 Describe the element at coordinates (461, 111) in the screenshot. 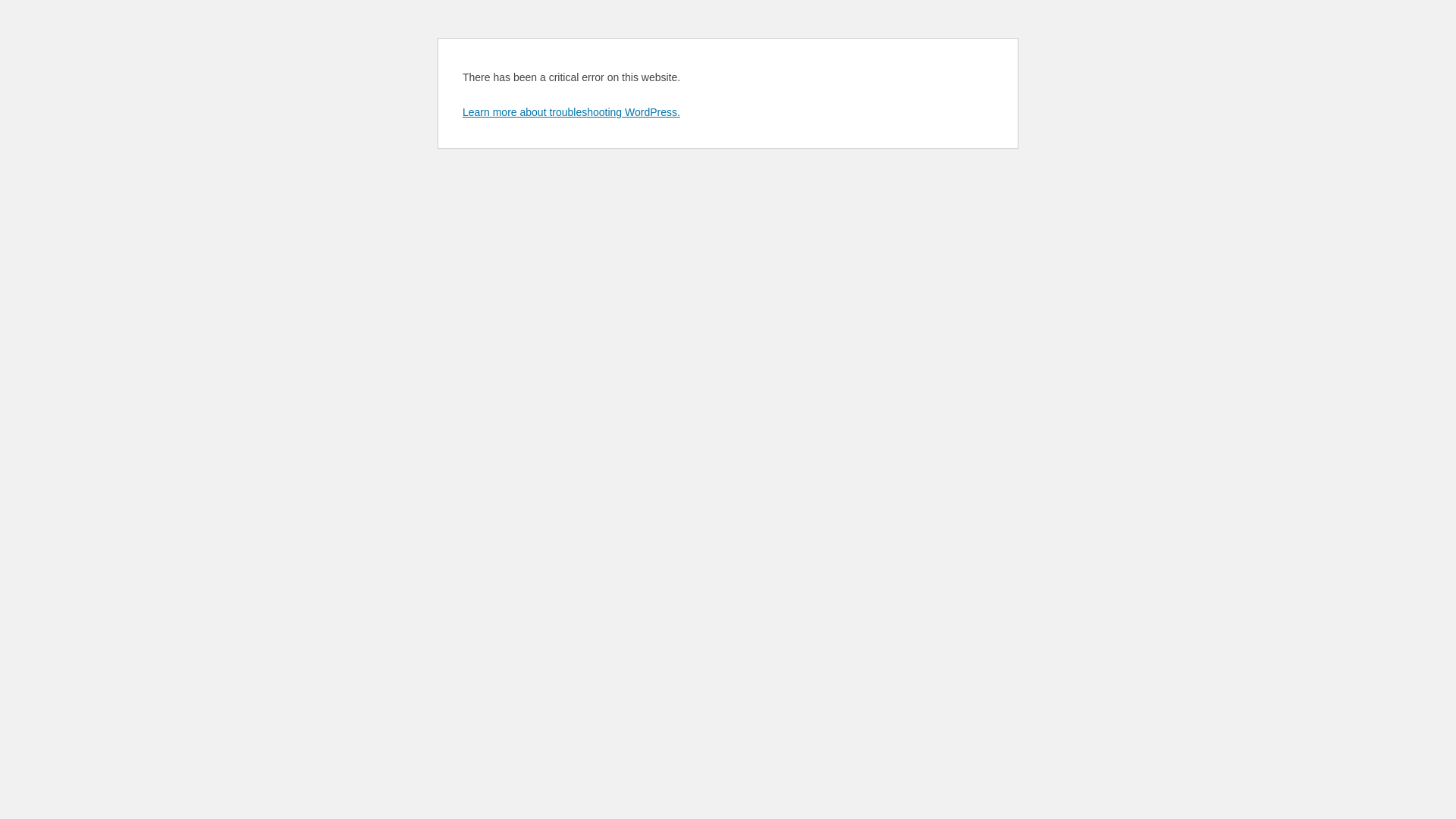

I see `'Learn more about troubleshooting WordPress.'` at that location.